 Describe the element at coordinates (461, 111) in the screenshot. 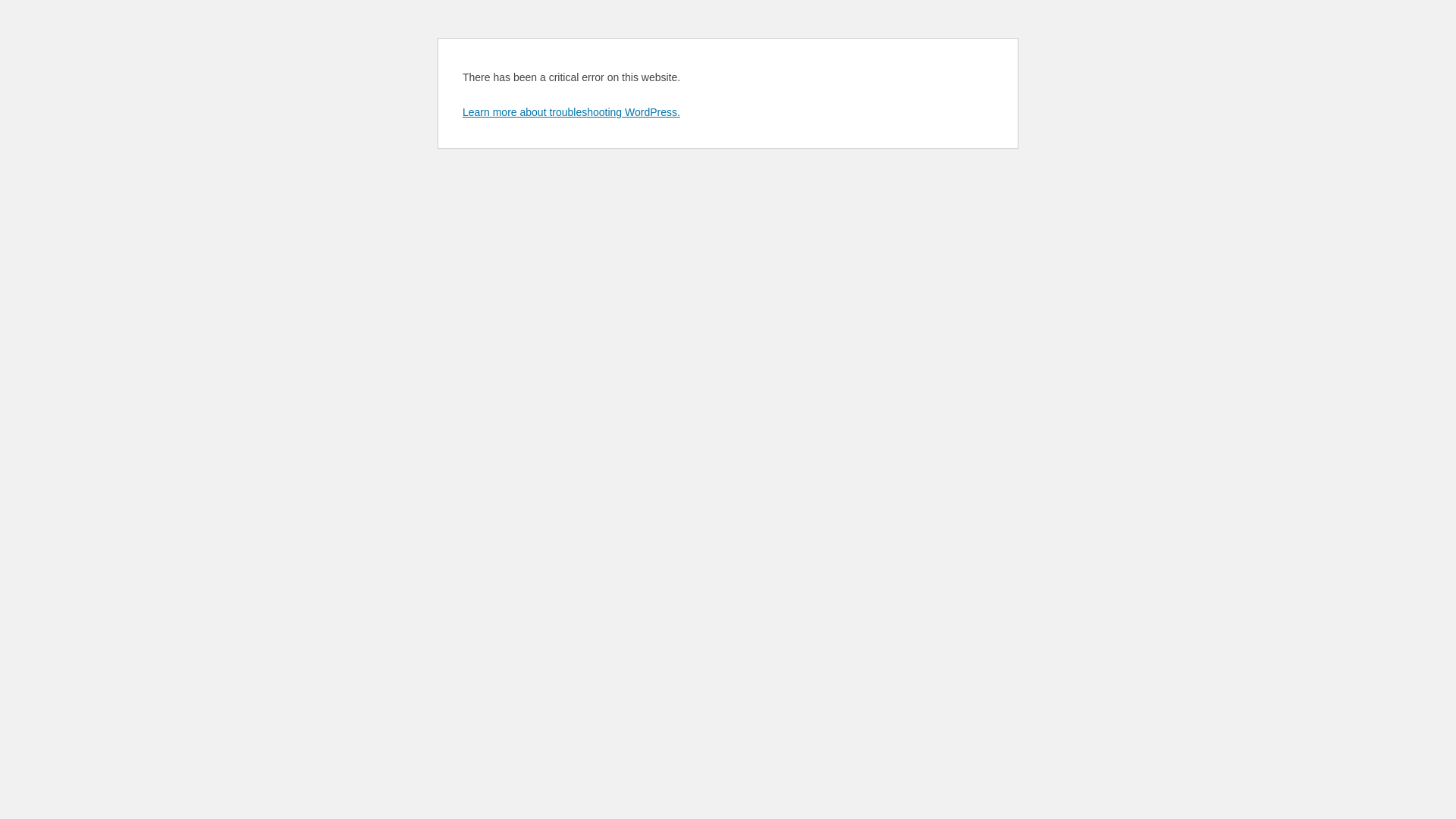

I see `'Learn more about troubleshooting WordPress.'` at that location.